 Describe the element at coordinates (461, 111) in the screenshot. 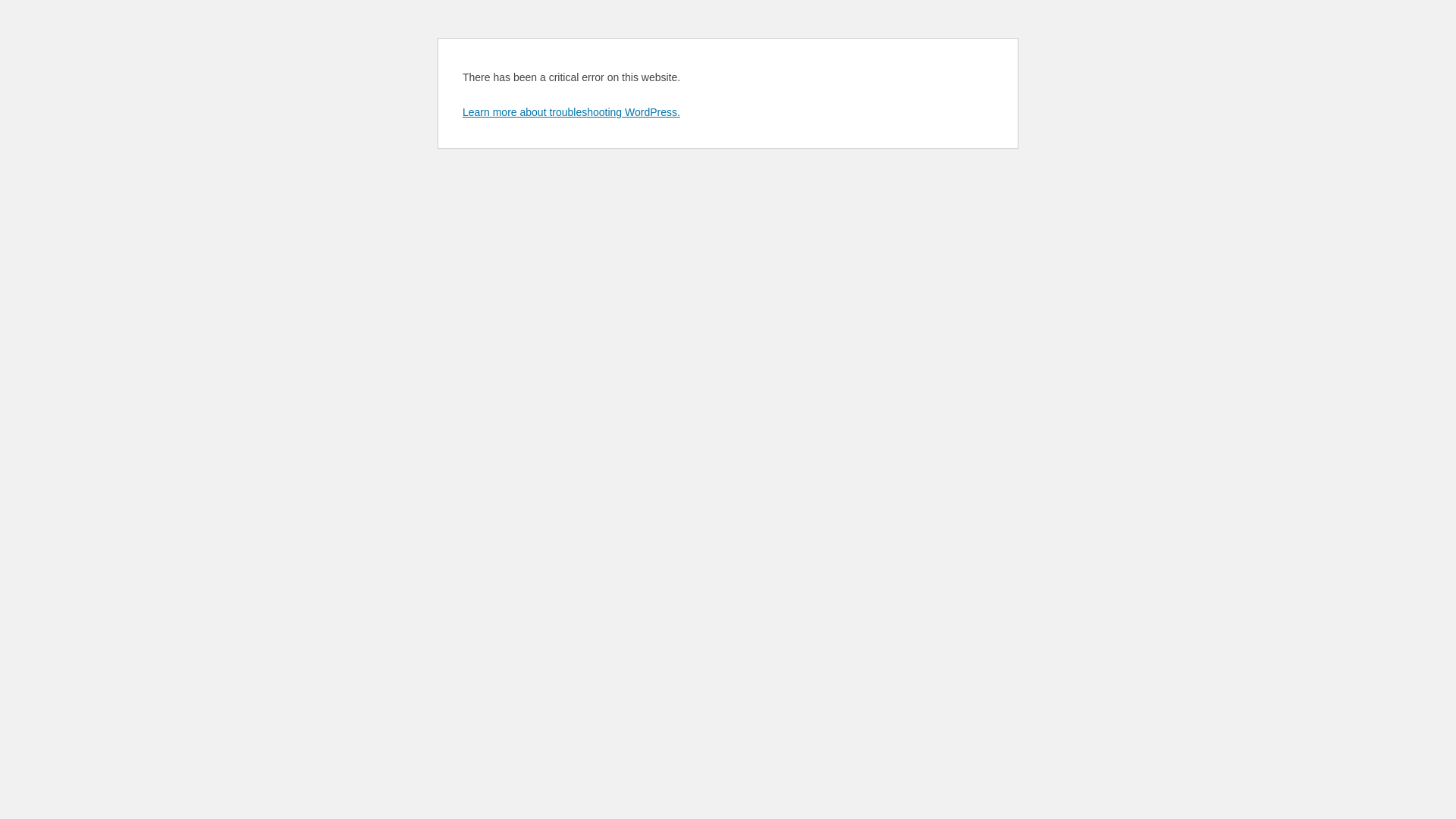

I see `'Learn more about troubleshooting WordPress.'` at that location.